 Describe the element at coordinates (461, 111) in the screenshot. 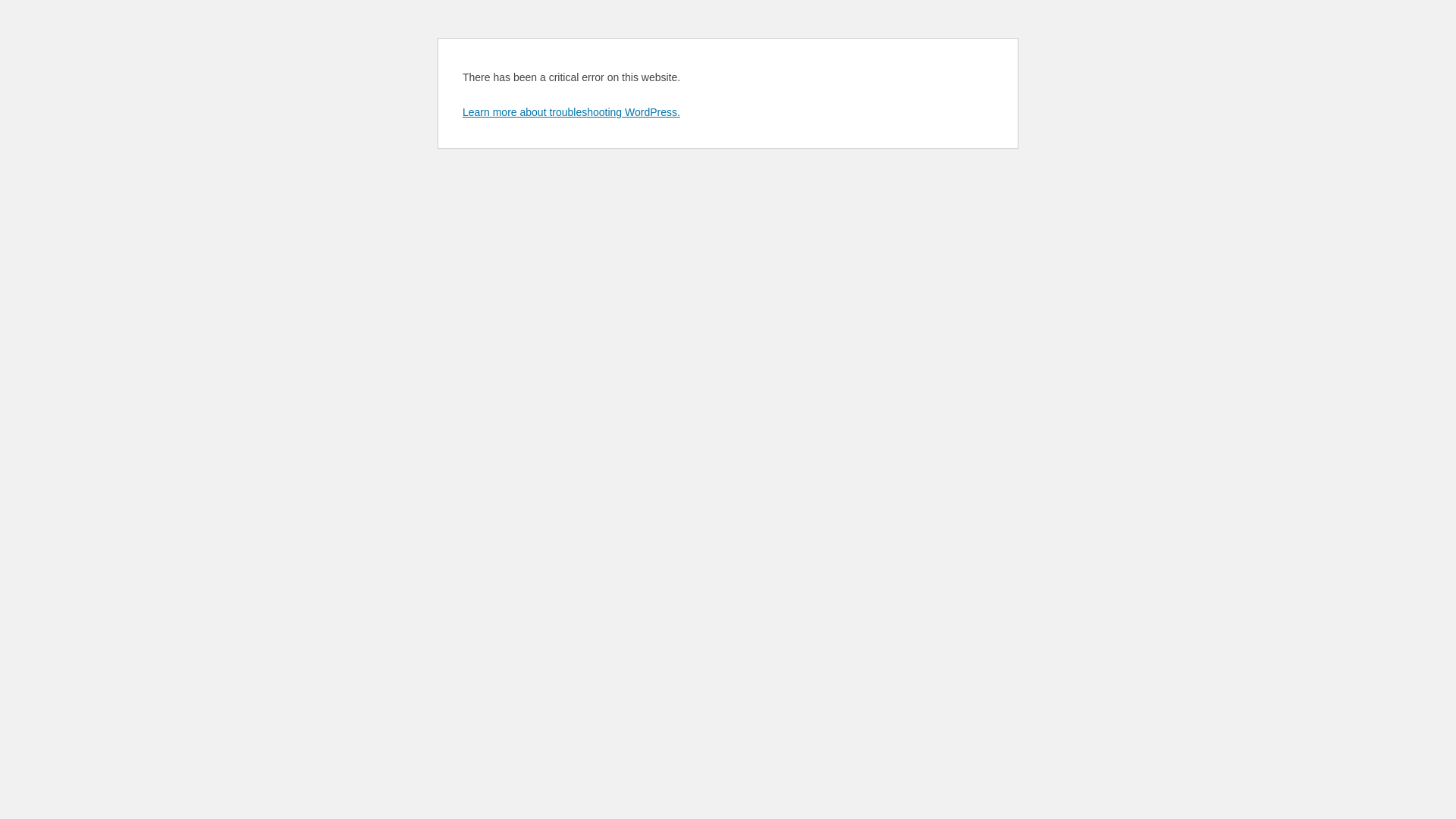

I see `'Learn more about troubleshooting WordPress.'` at that location.